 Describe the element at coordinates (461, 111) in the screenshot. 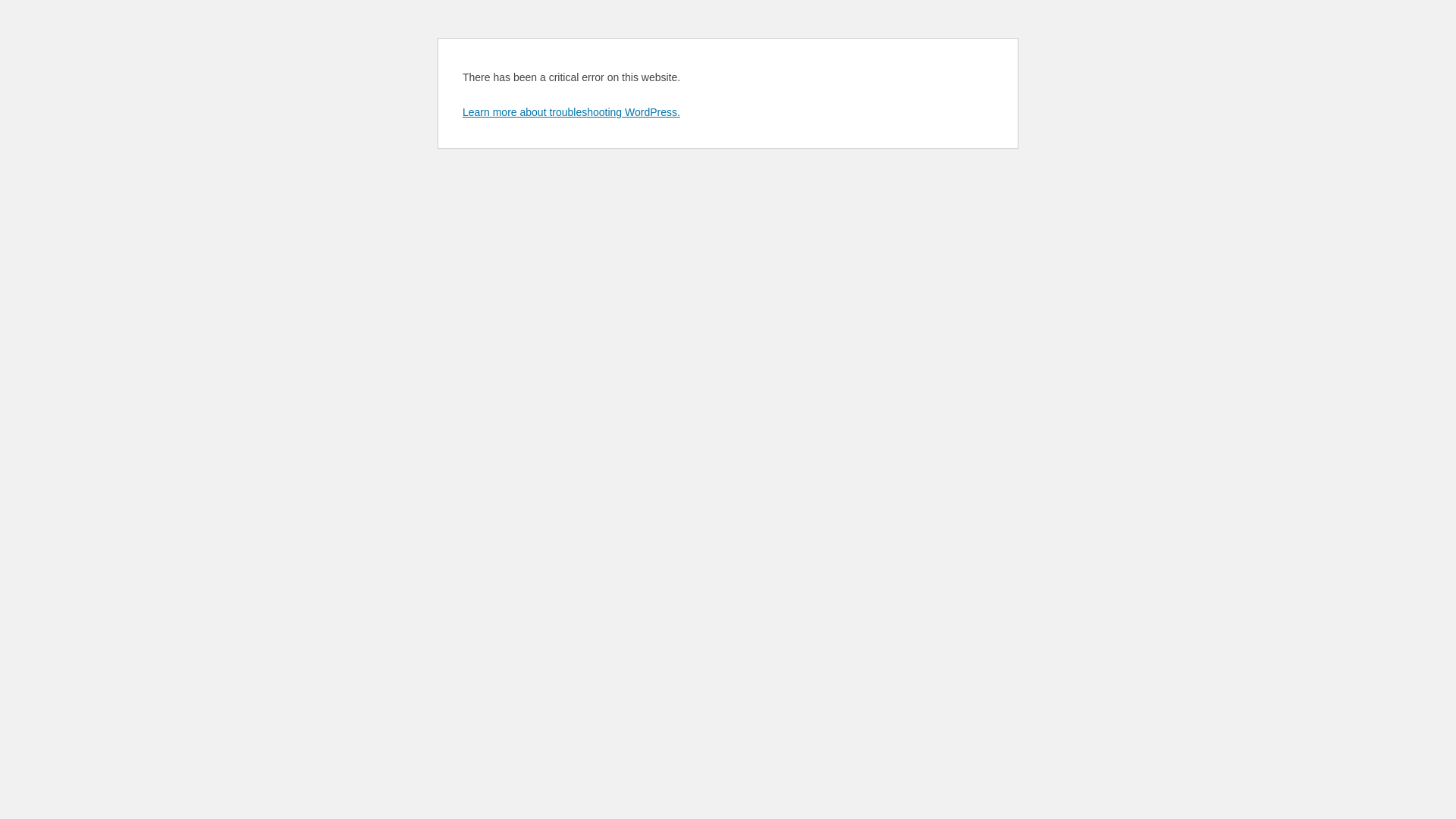

I see `'Learn more about troubleshooting WordPress.'` at that location.